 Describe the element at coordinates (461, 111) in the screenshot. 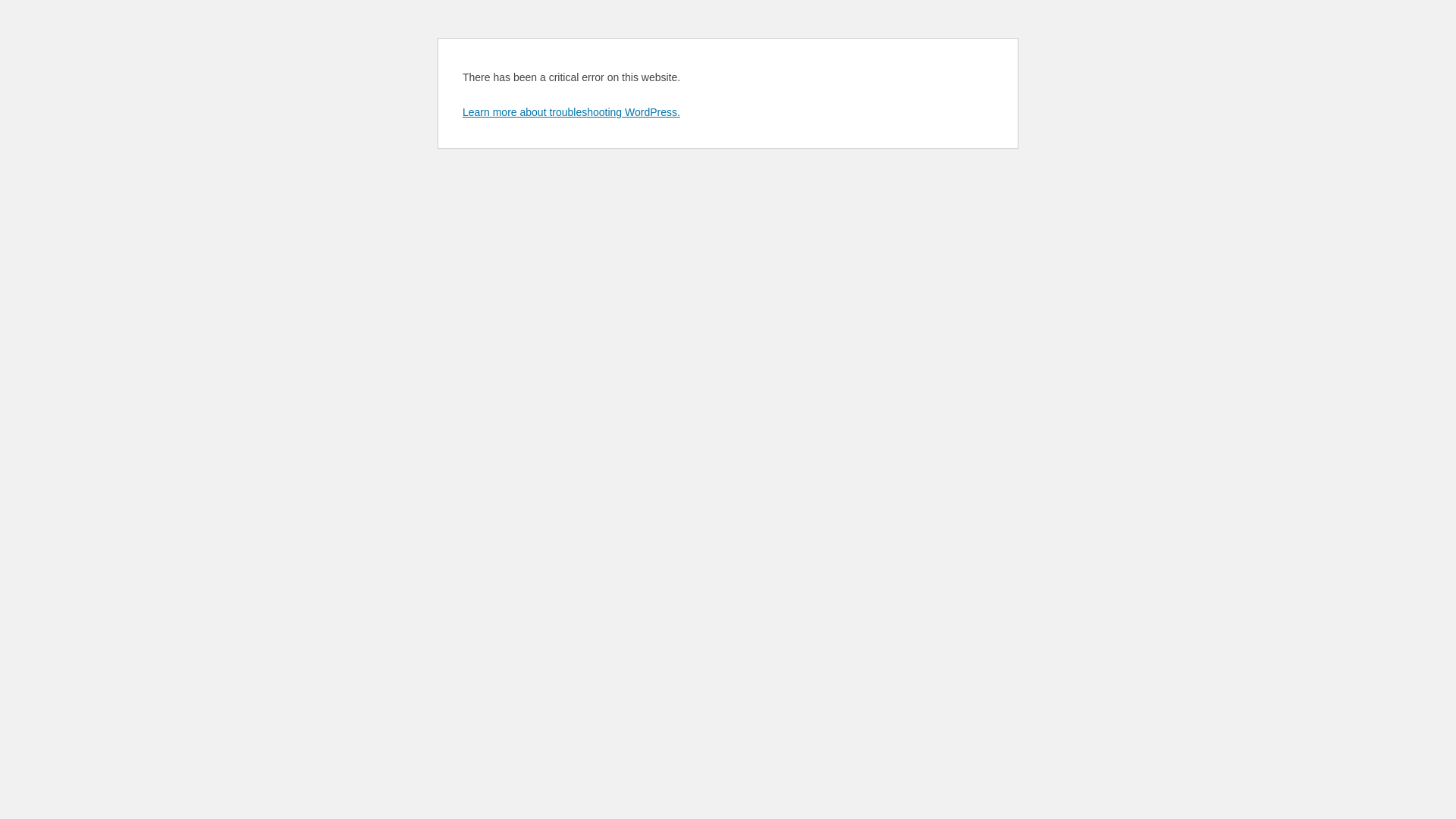

I see `'Learn more about troubleshooting WordPress.'` at that location.